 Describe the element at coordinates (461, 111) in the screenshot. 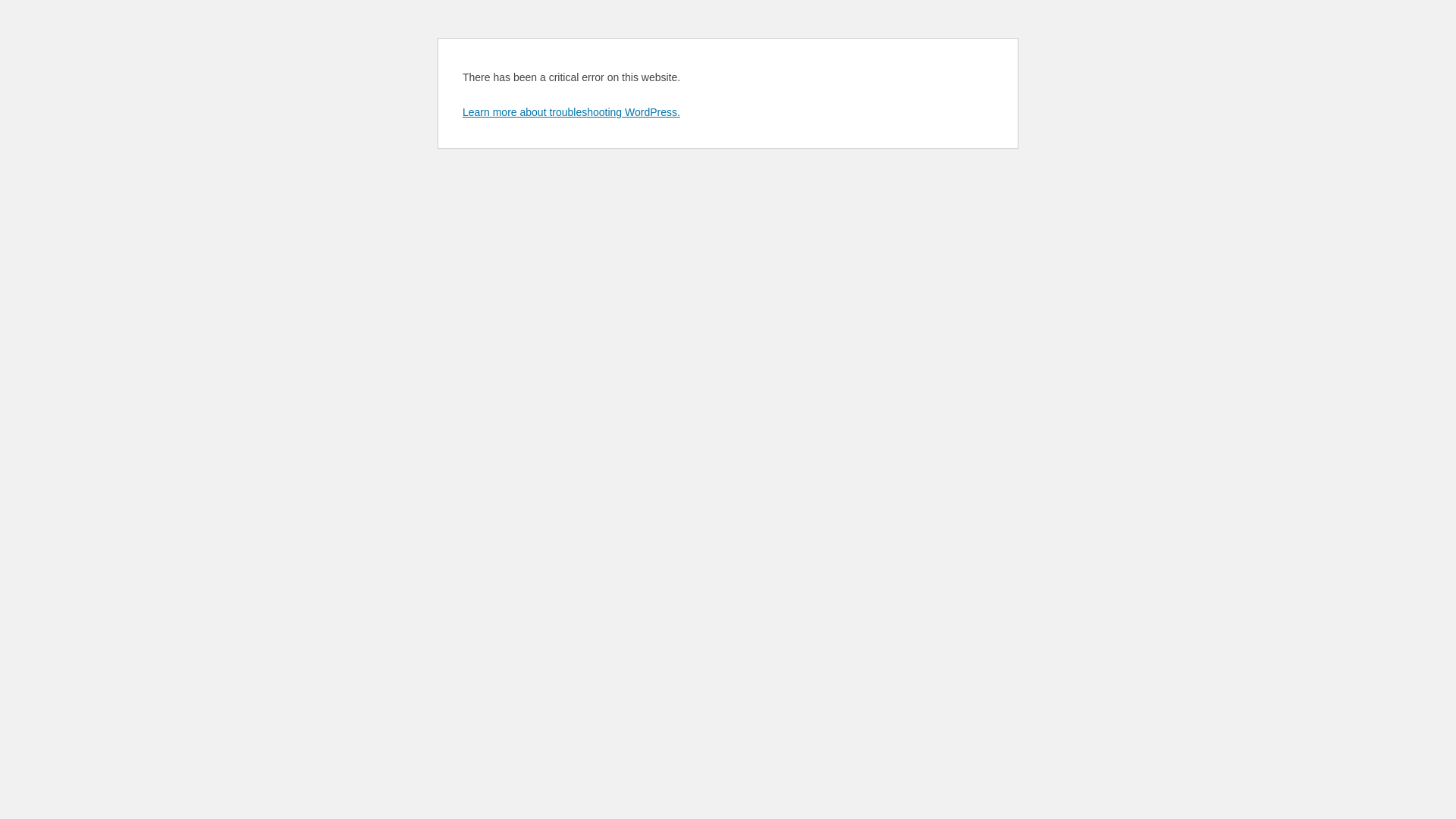

I see `'Learn more about troubleshooting WordPress.'` at that location.